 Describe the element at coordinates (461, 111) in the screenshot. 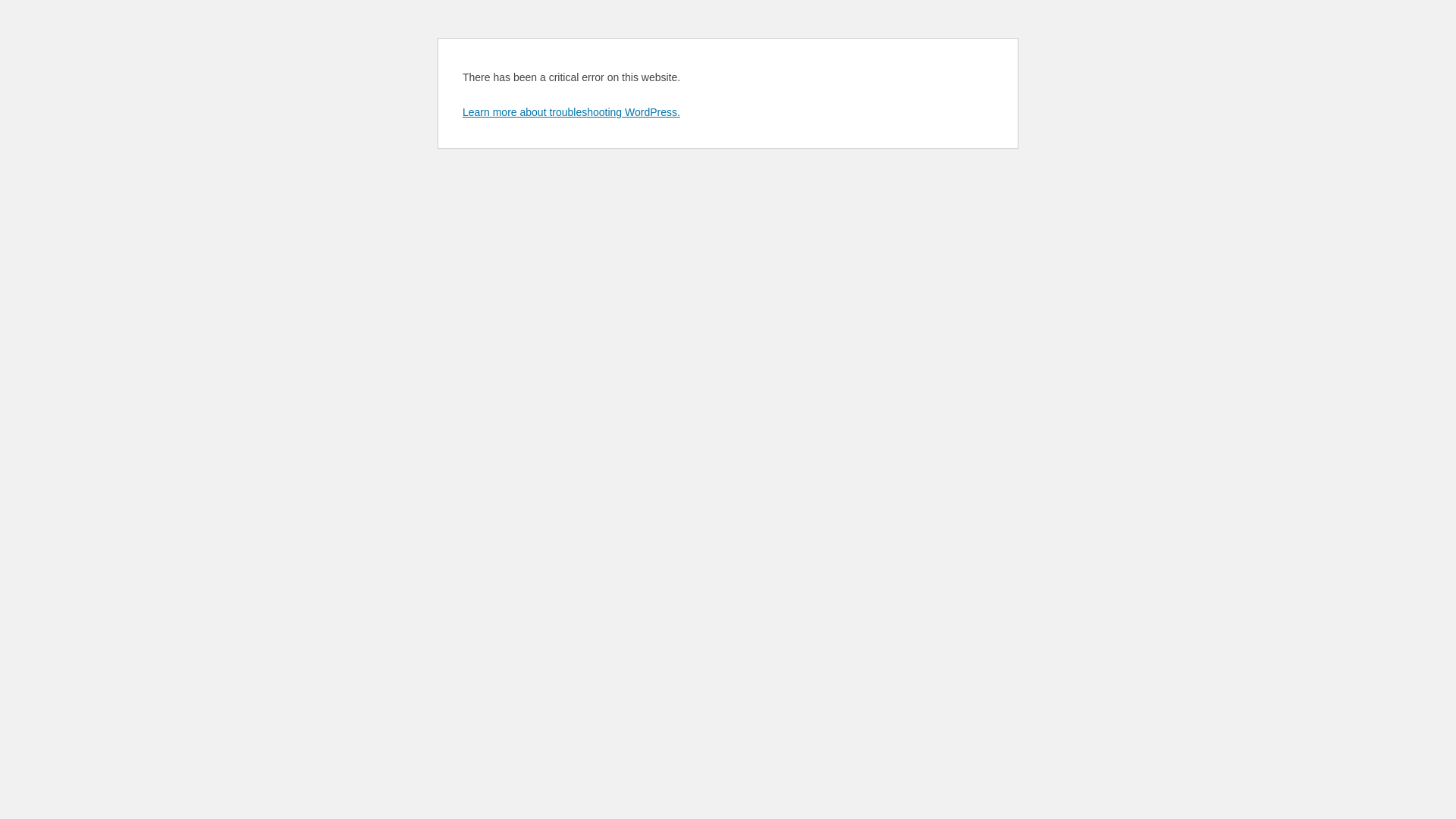

I see `'Learn more about troubleshooting WordPress.'` at that location.